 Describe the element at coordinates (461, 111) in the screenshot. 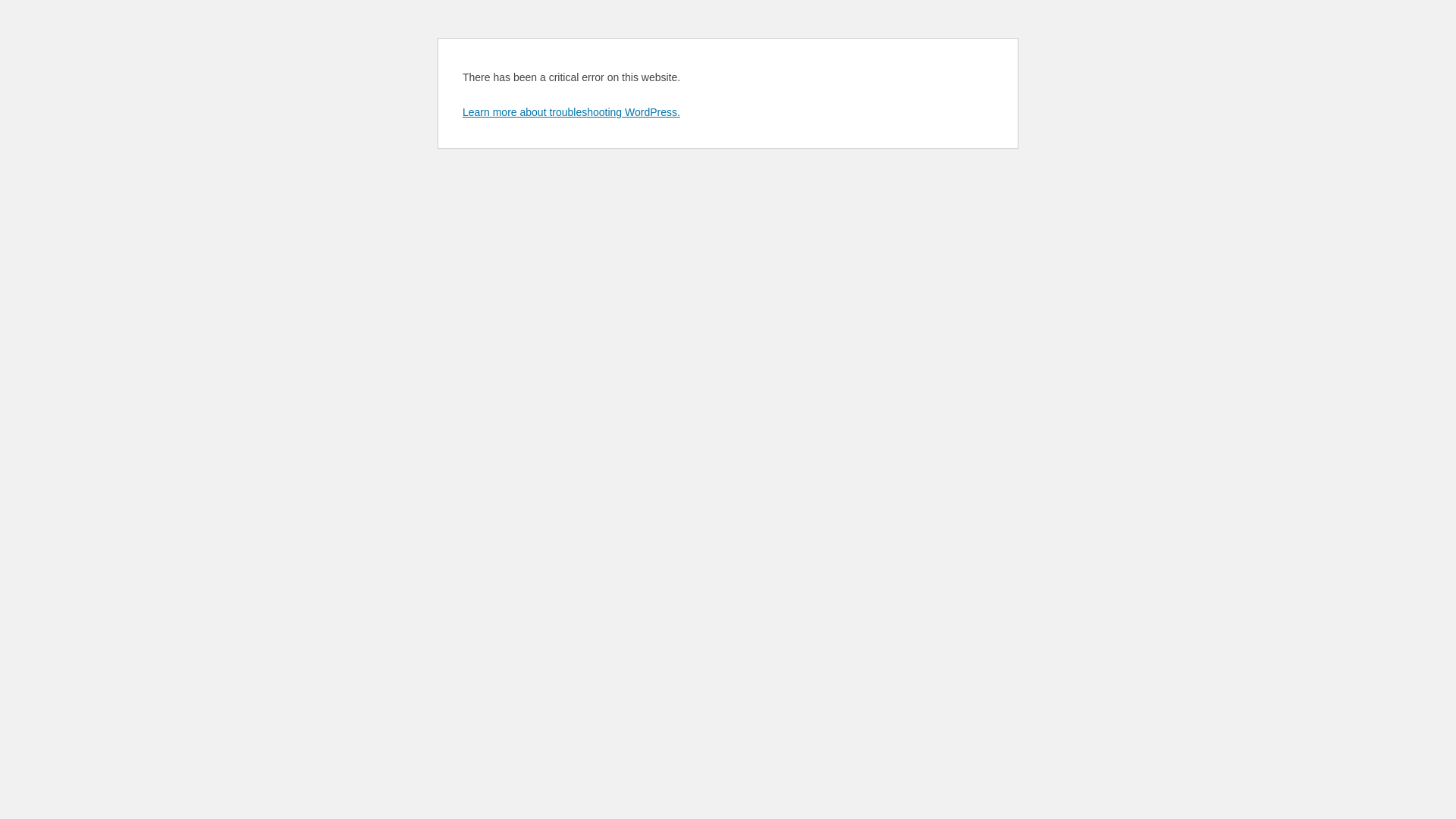

I see `'Learn more about troubleshooting WordPress.'` at that location.